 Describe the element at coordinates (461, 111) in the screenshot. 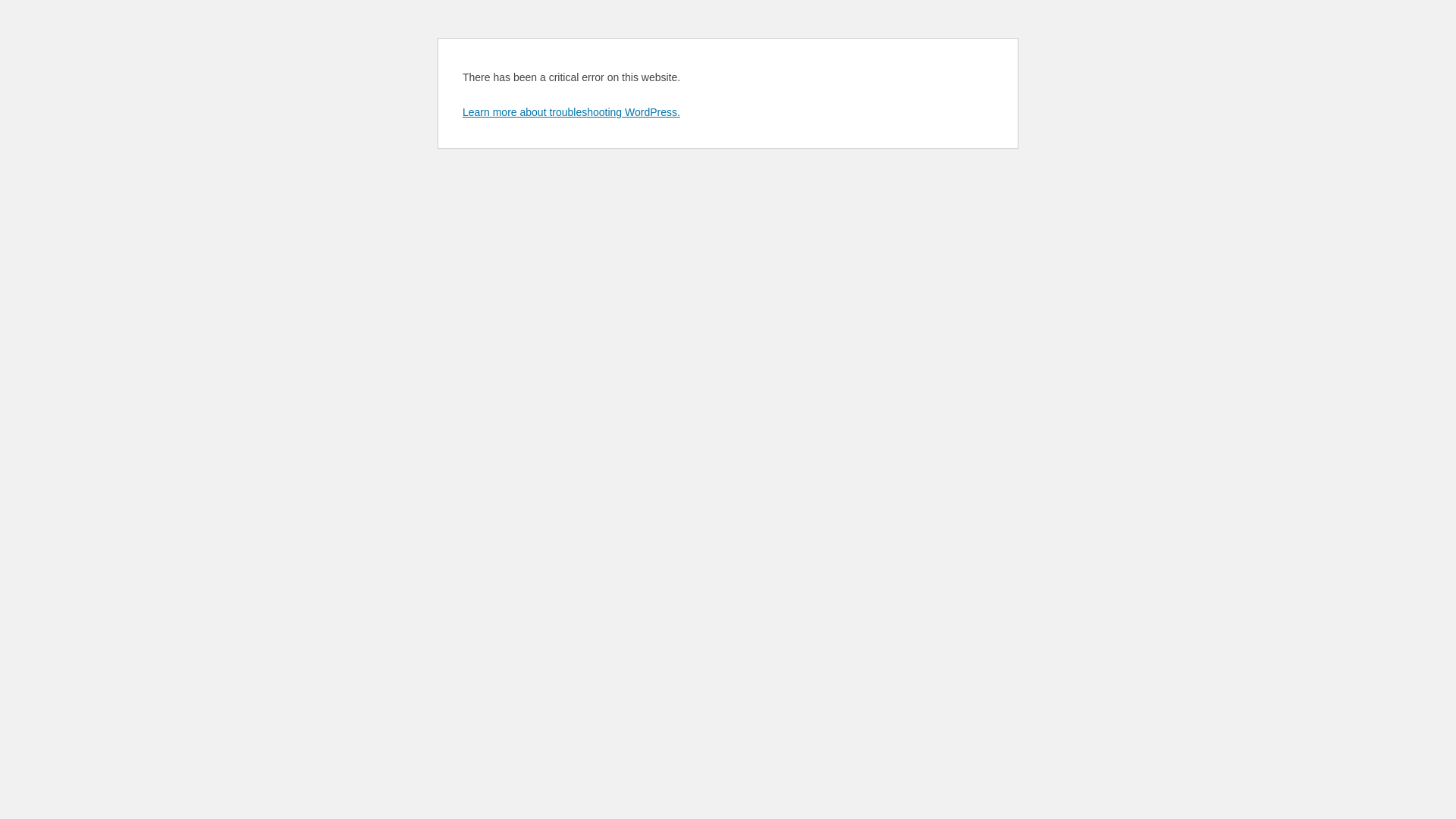

I see `'Learn more about troubleshooting WordPress.'` at that location.